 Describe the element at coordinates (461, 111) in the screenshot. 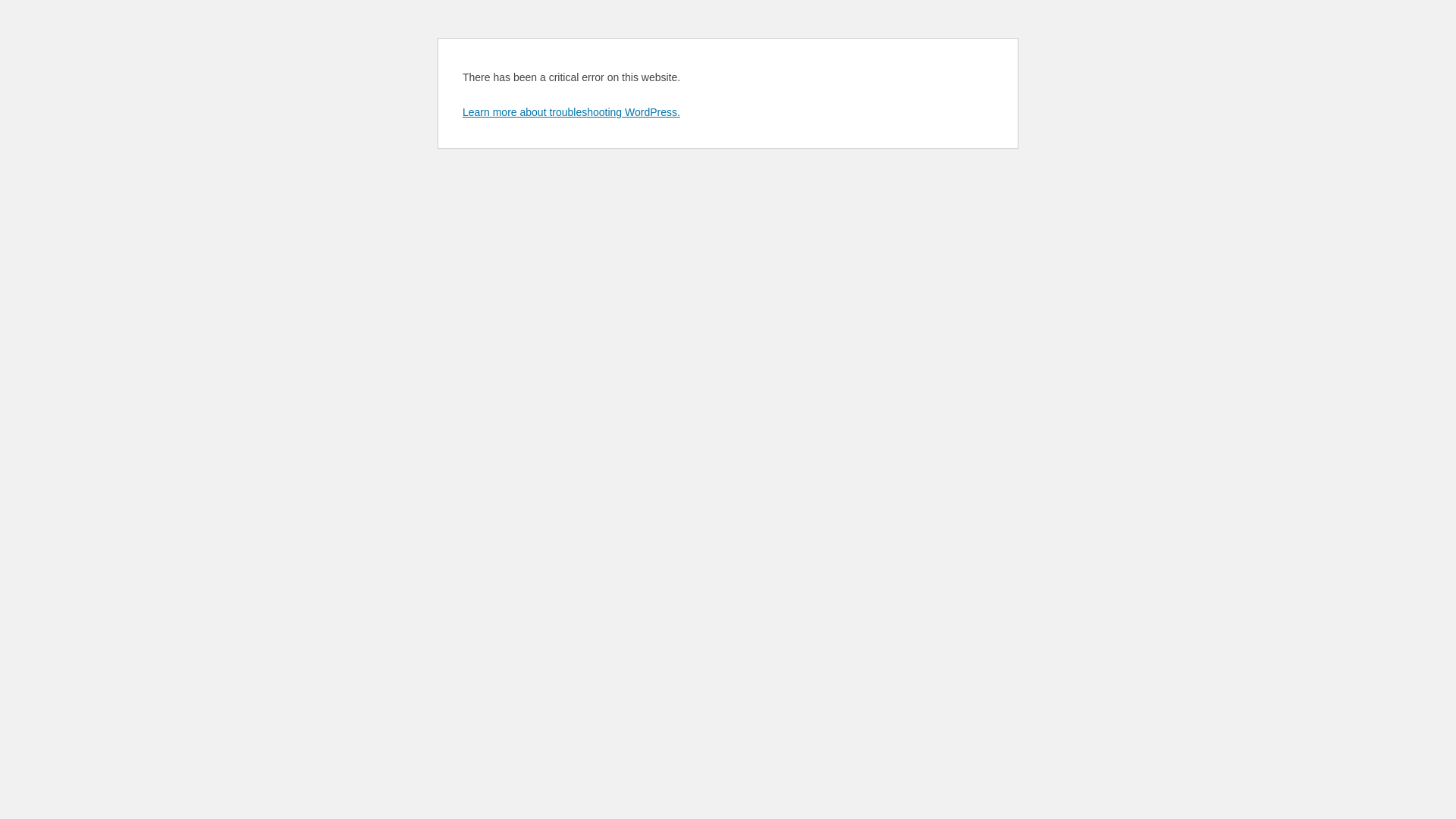

I see `'Learn more about troubleshooting WordPress.'` at that location.